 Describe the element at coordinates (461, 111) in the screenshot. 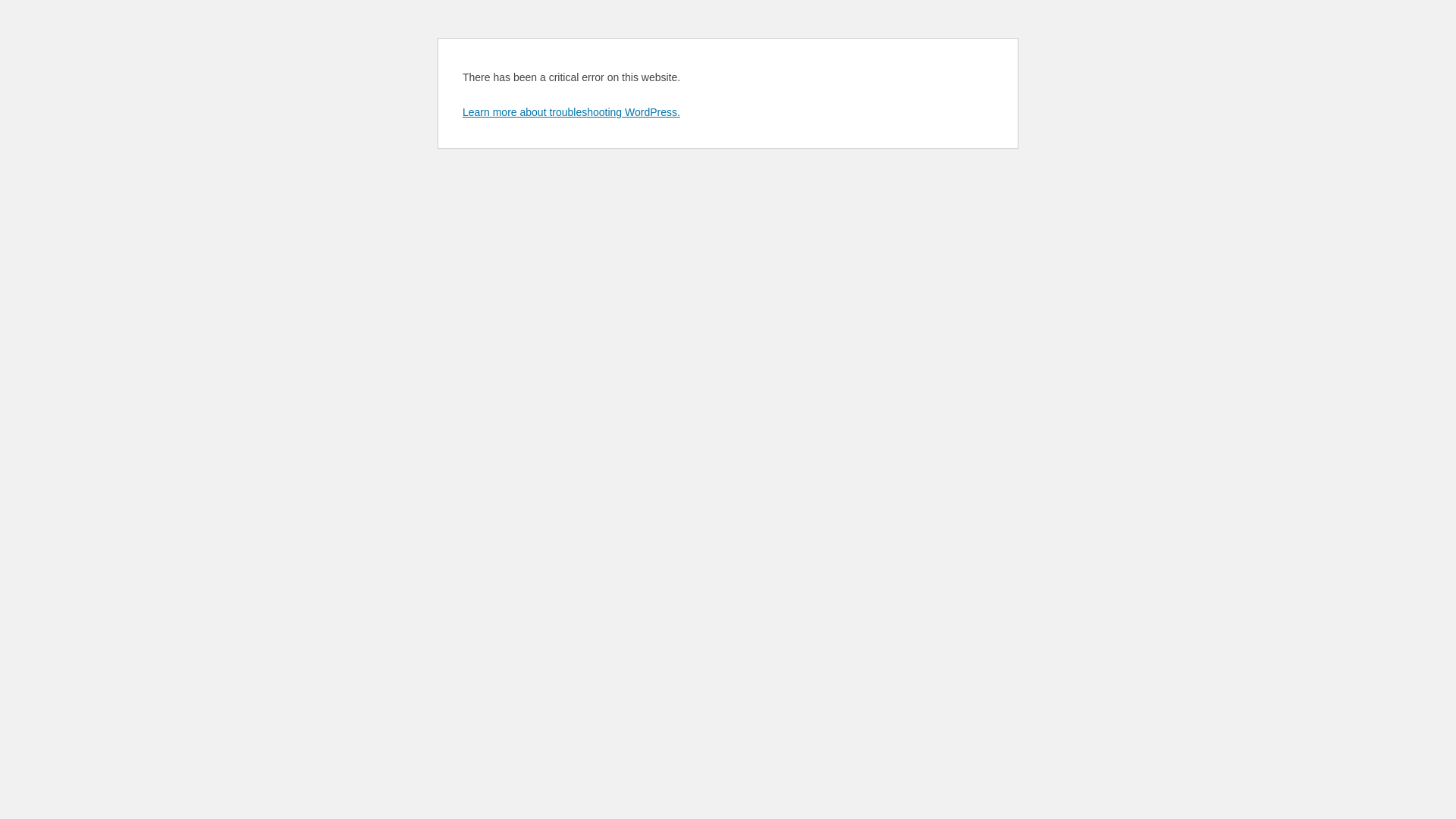

I see `'Learn more about troubleshooting WordPress.'` at that location.